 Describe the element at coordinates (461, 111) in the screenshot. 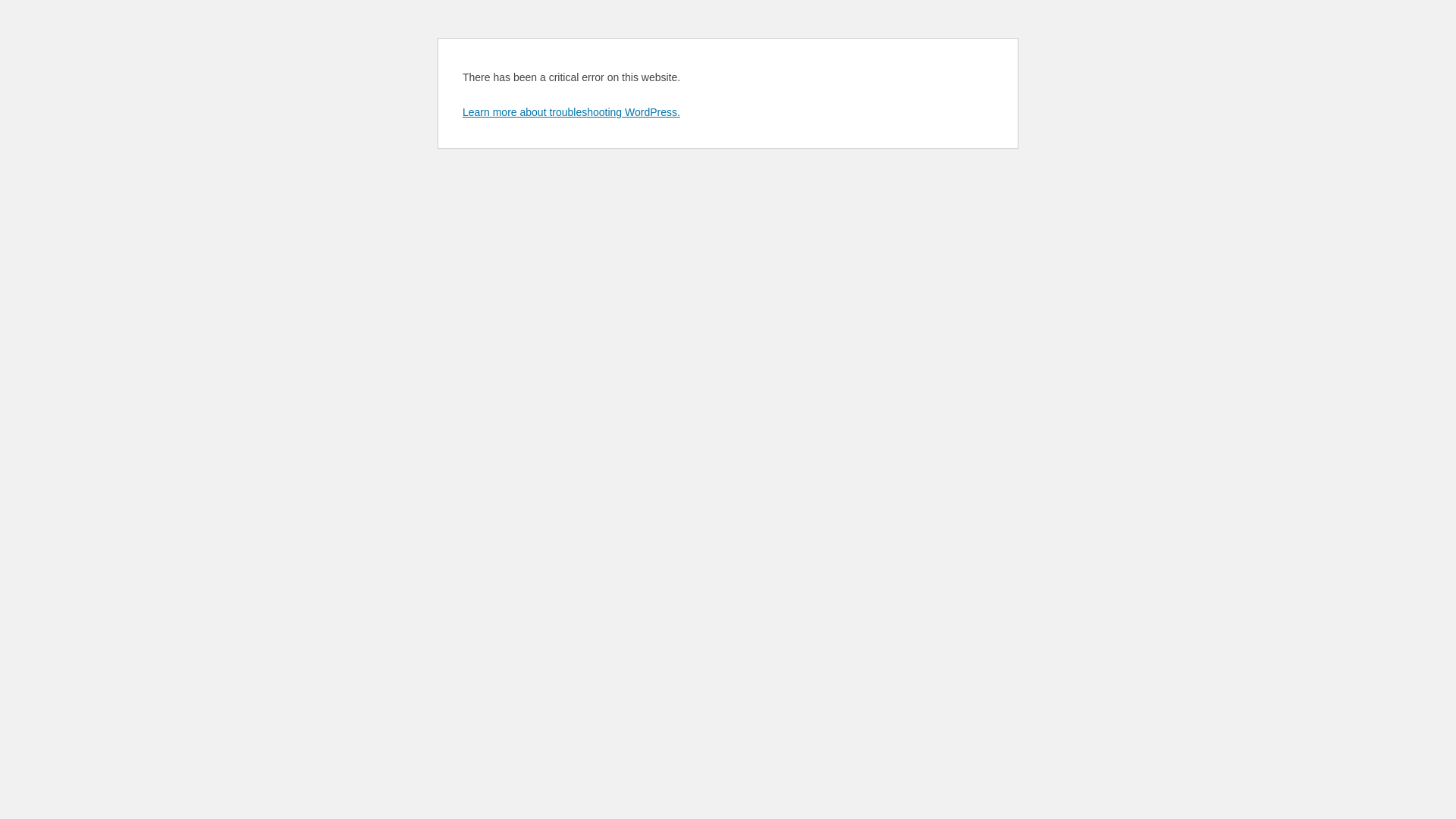

I see `'Learn more about troubleshooting WordPress.'` at that location.